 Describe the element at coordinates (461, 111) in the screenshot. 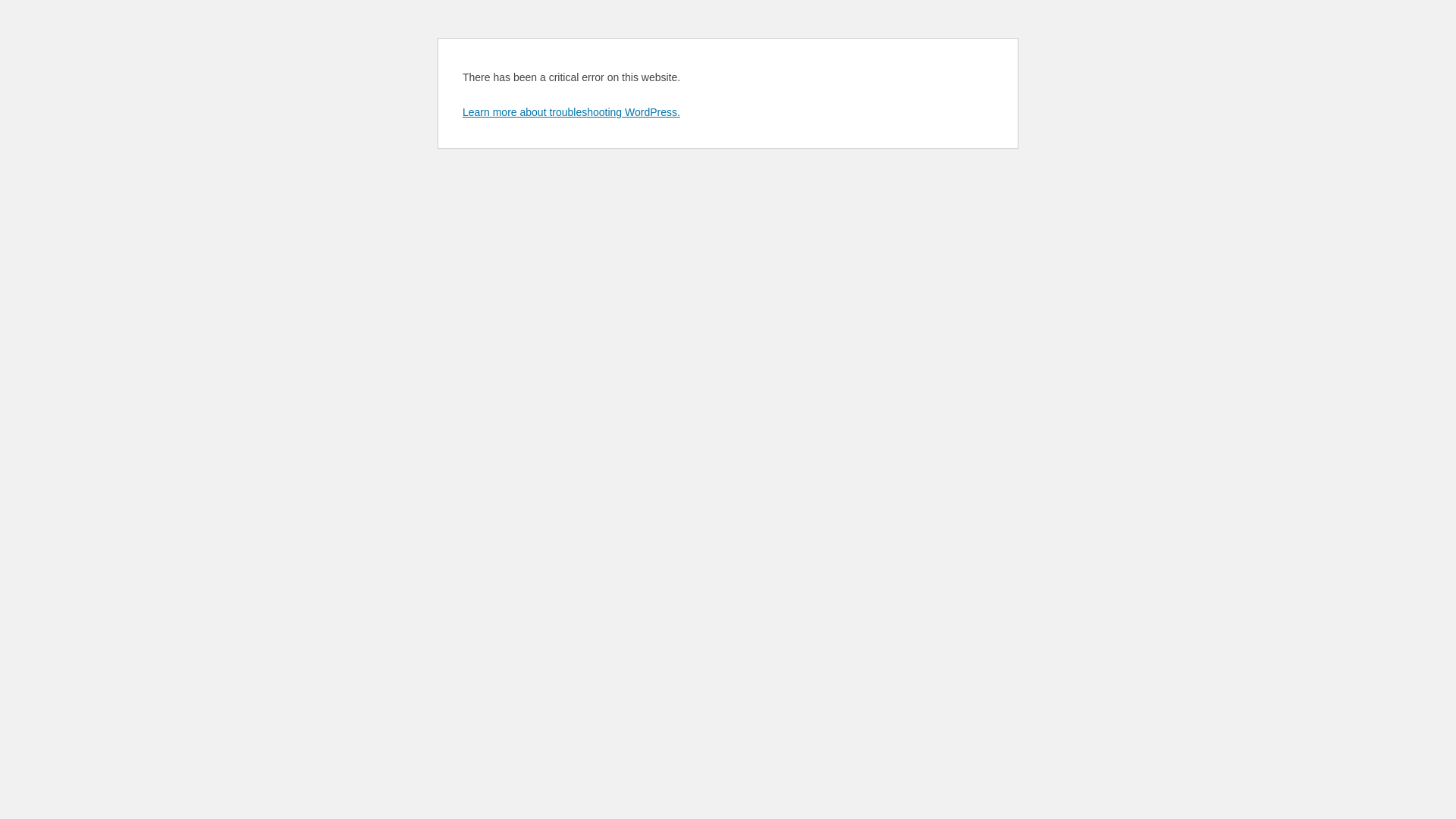

I see `'Learn more about troubleshooting WordPress.'` at that location.